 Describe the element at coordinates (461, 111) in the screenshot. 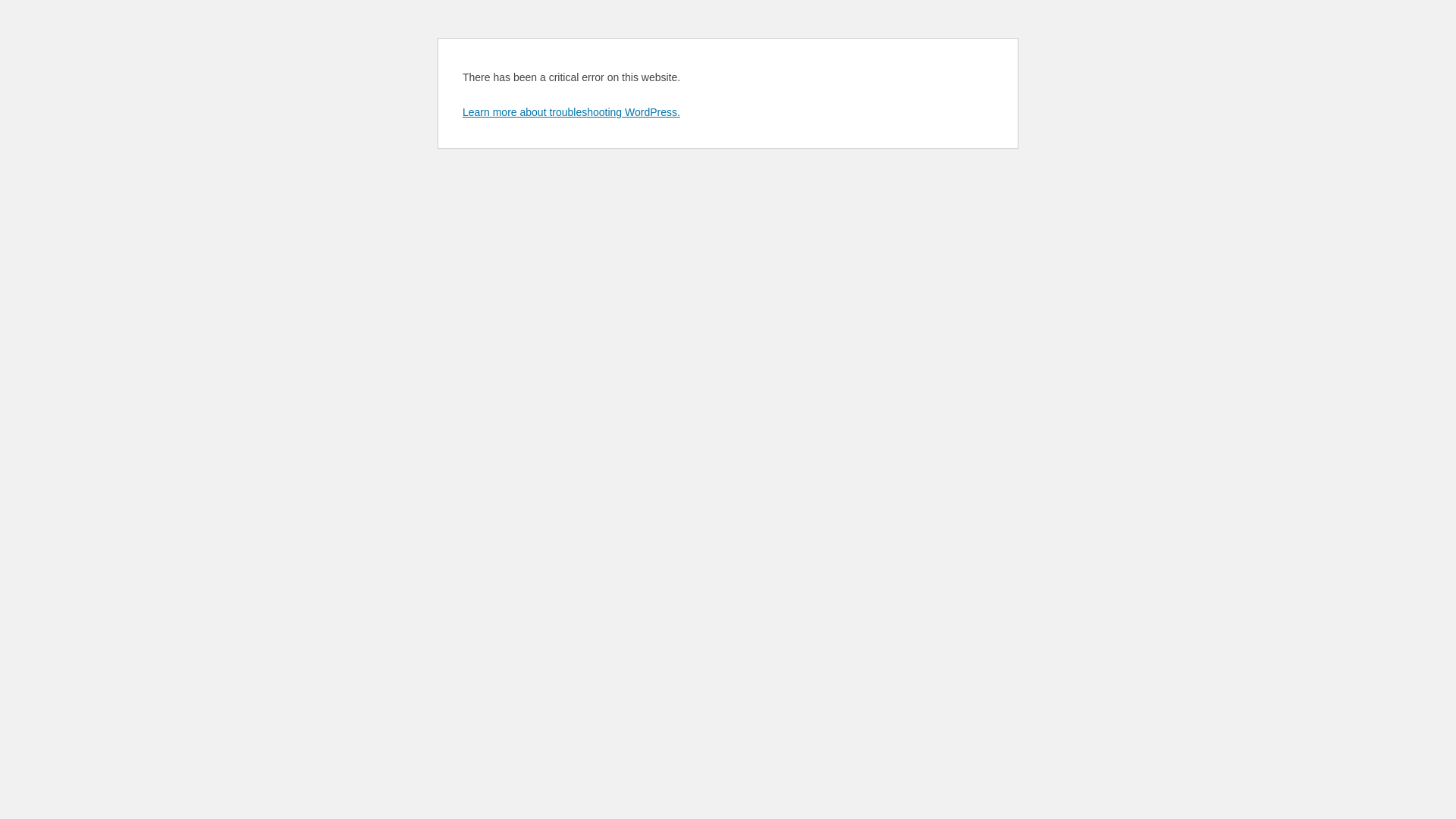

I see `'Learn more about troubleshooting WordPress.'` at that location.